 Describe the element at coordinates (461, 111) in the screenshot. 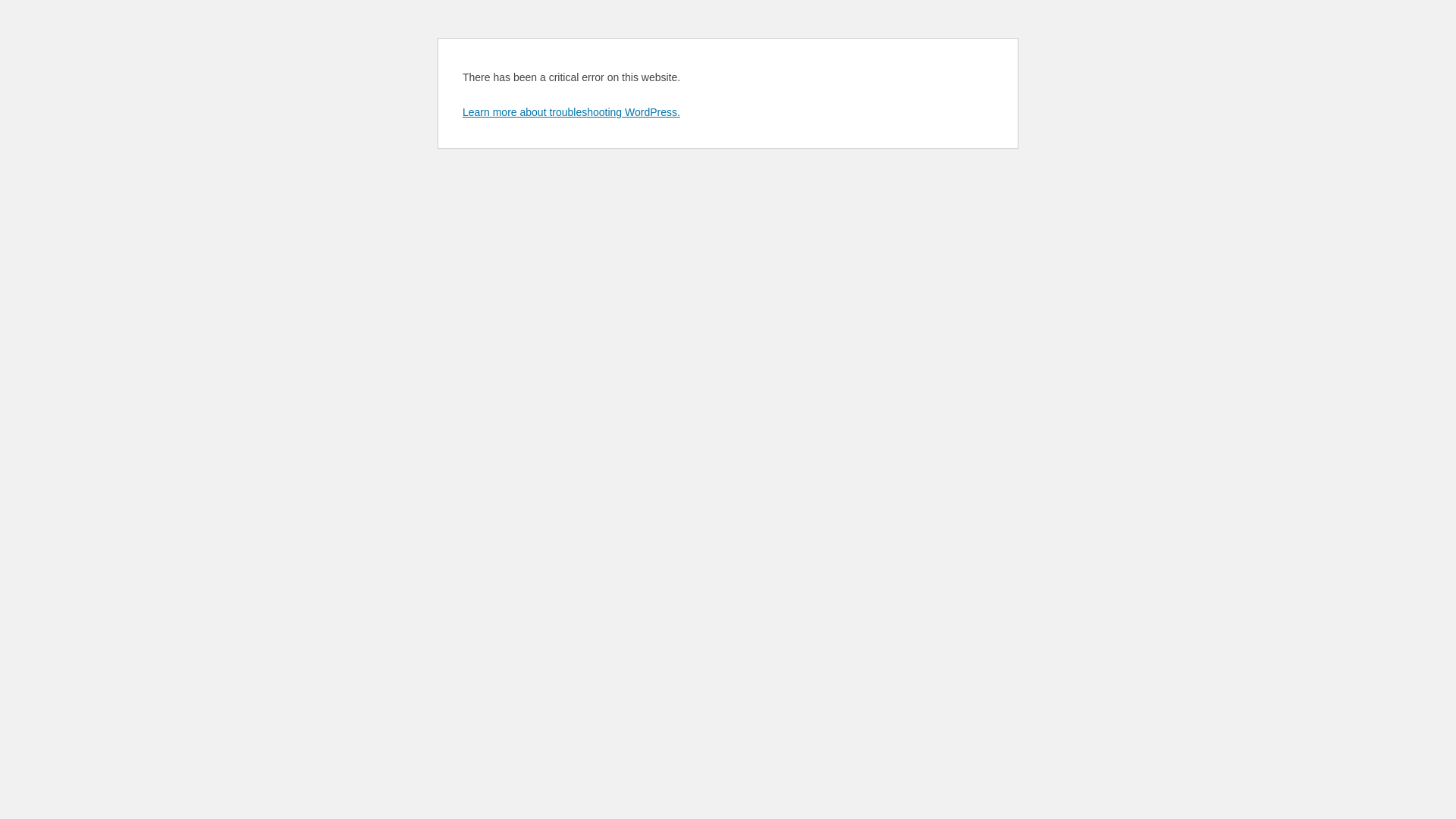

I see `'Learn more about troubleshooting WordPress.'` at that location.